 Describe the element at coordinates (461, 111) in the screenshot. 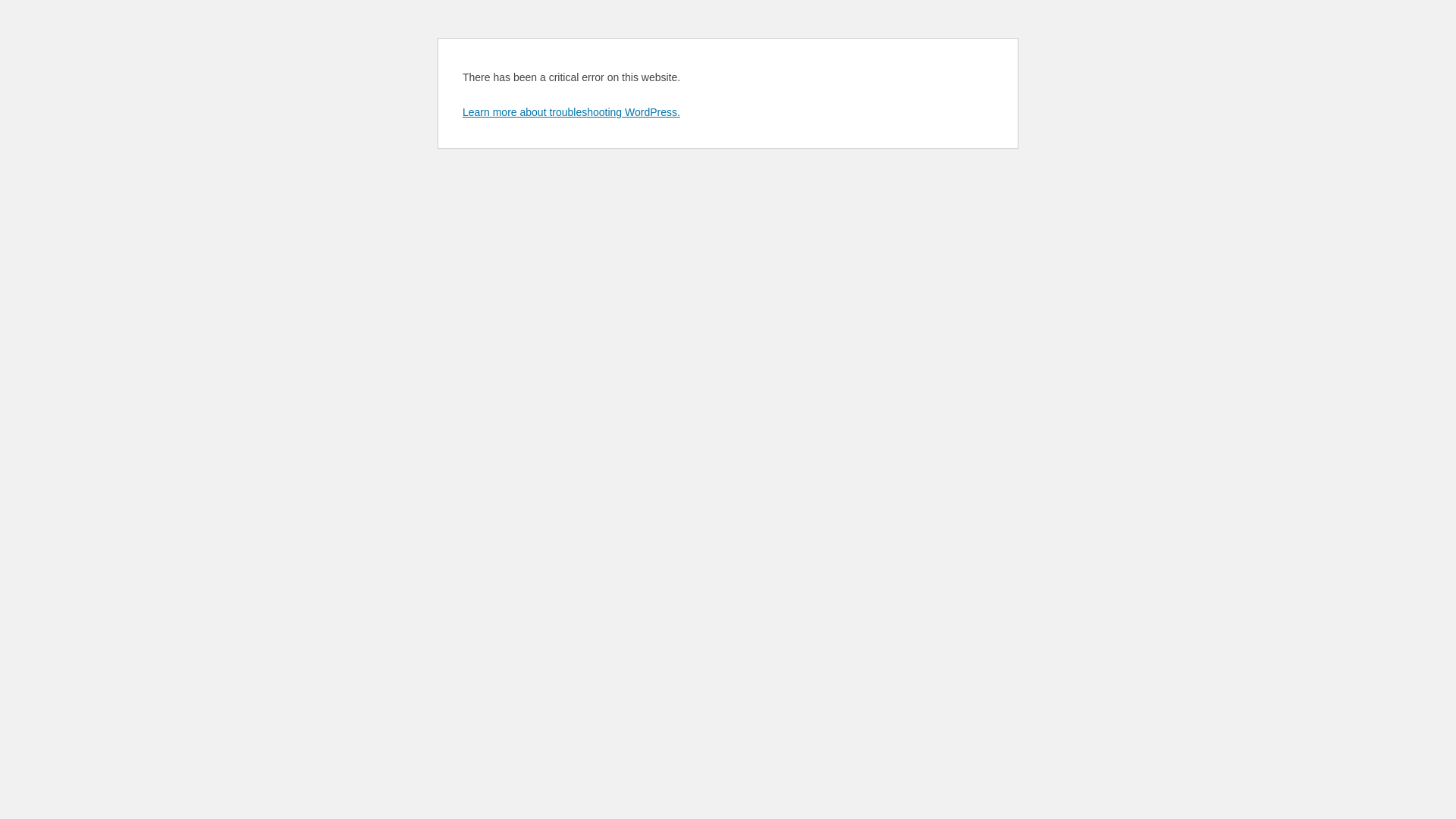

I see `'Learn more about troubleshooting WordPress.'` at that location.